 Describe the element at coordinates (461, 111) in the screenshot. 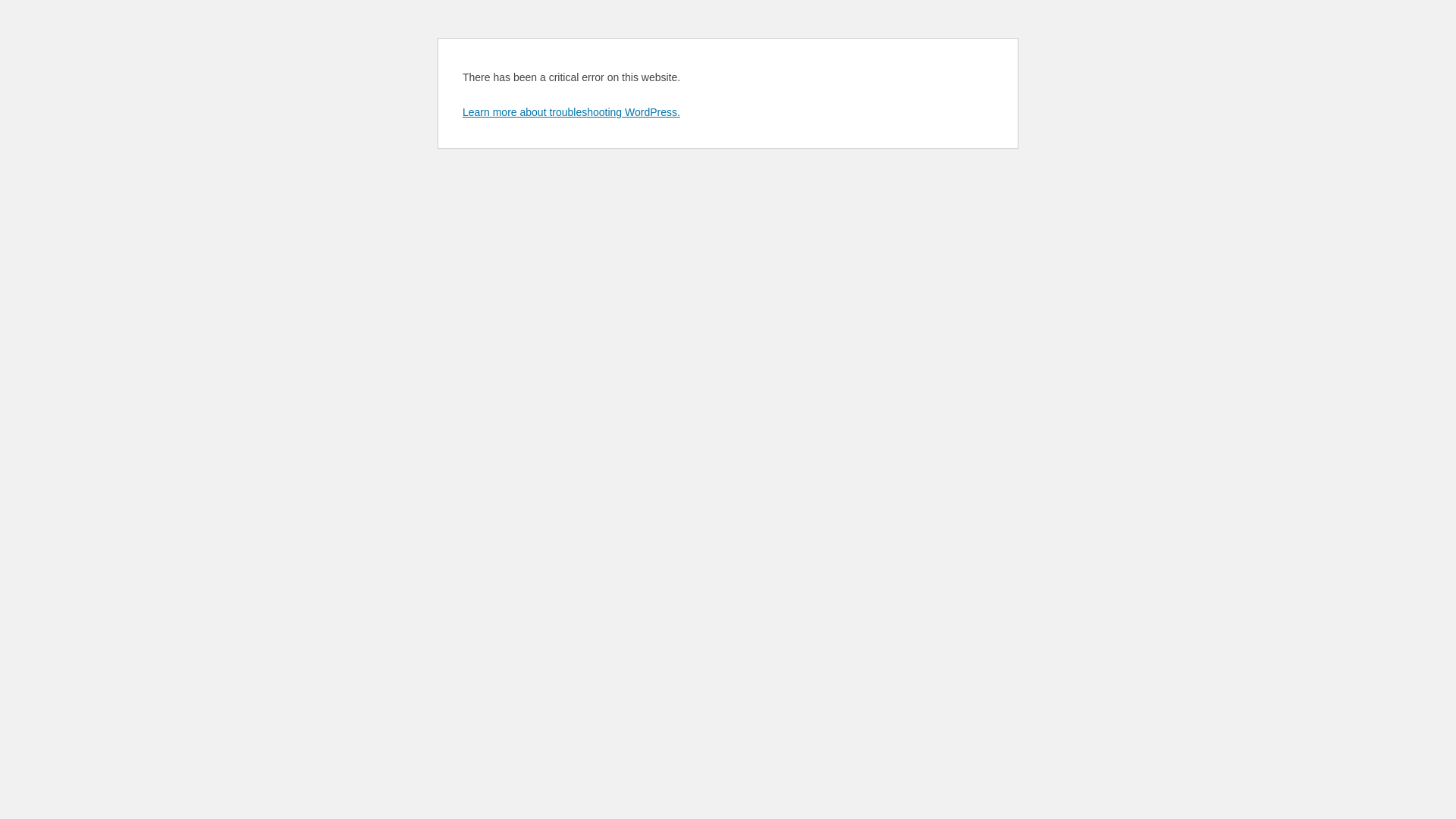

I see `'Learn more about troubleshooting WordPress.'` at that location.